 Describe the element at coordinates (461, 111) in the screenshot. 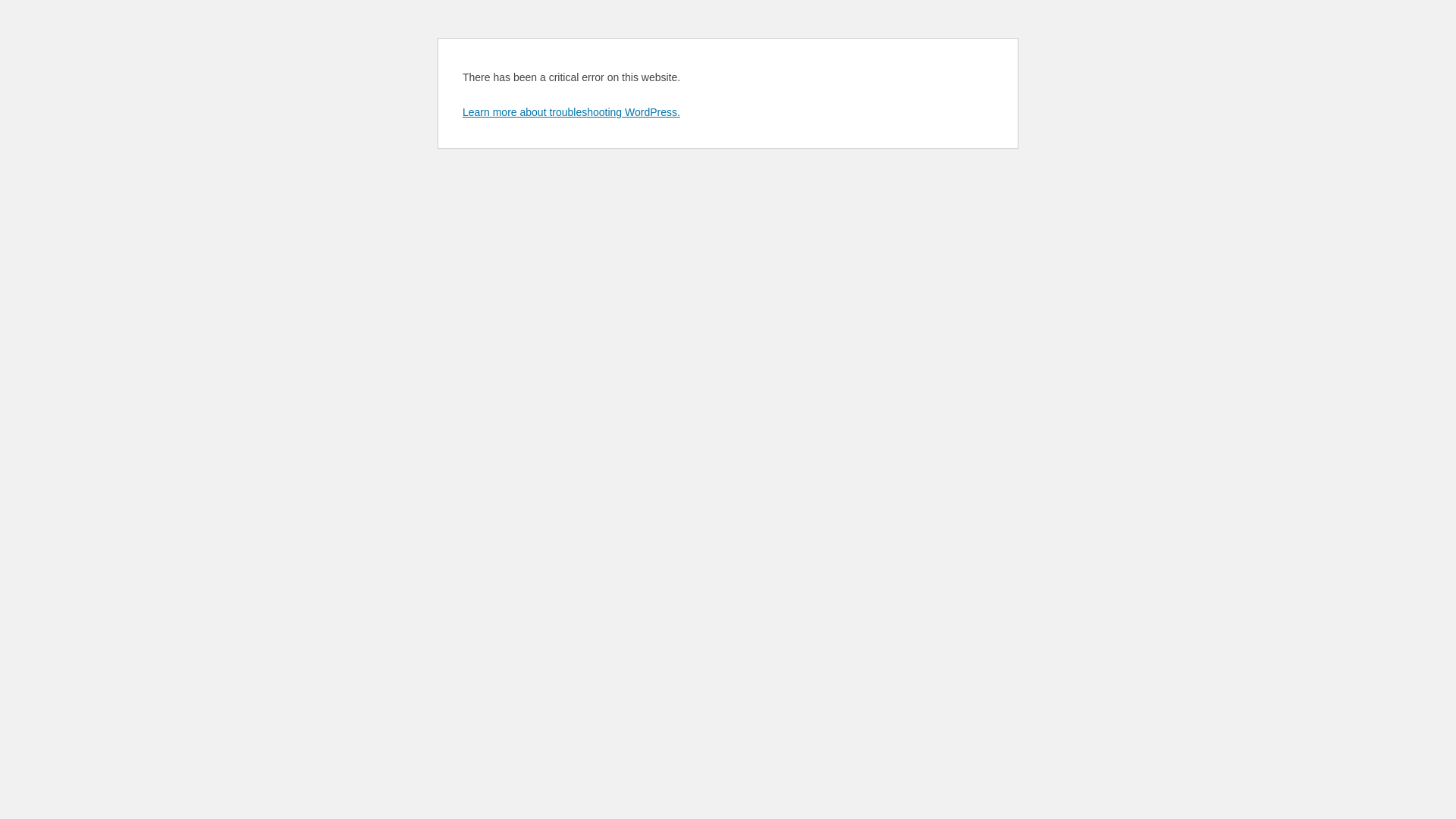

I see `'Learn more about troubleshooting WordPress.'` at that location.